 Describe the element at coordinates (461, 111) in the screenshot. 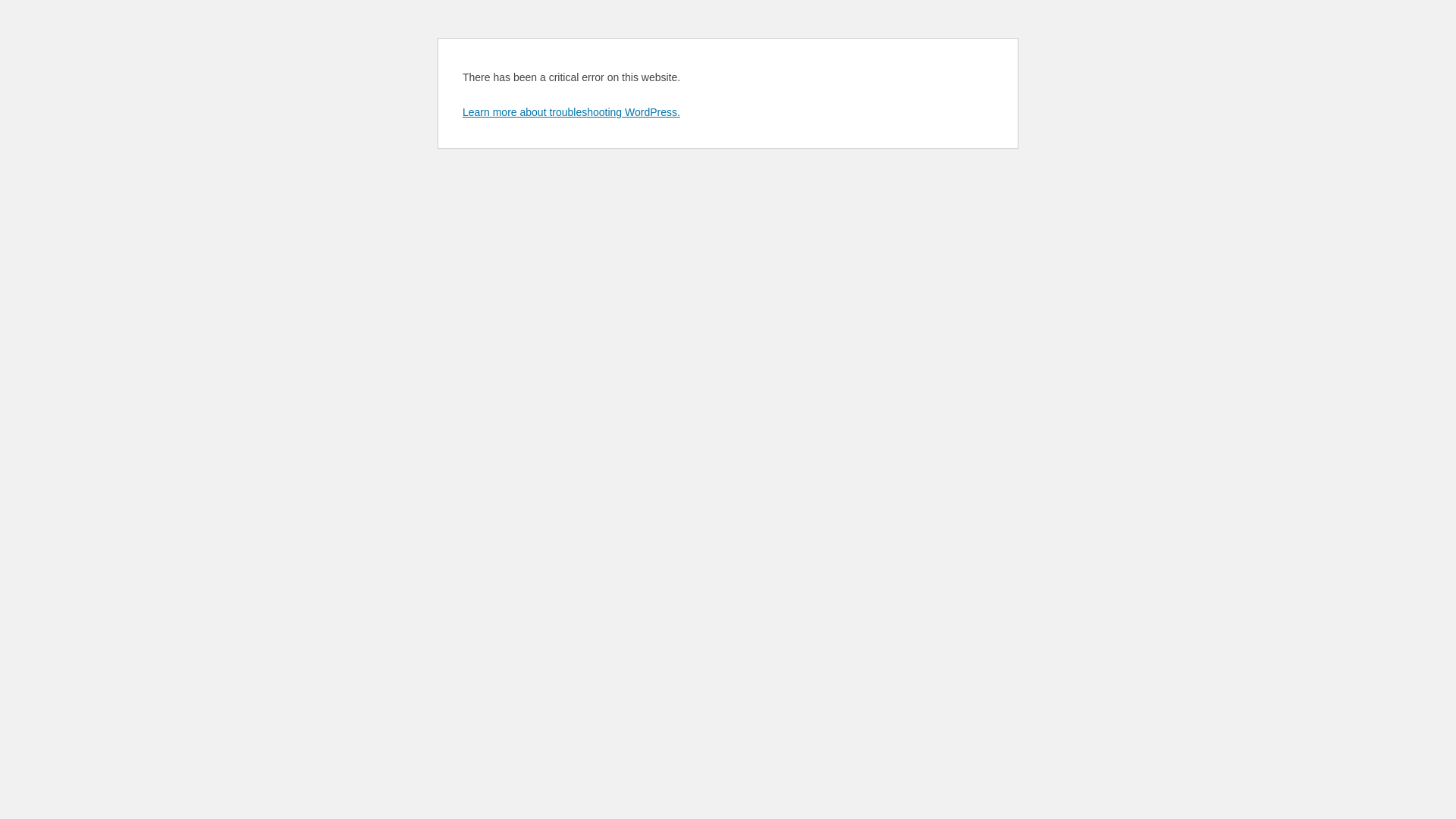

I see `'Learn more about troubleshooting WordPress.'` at that location.